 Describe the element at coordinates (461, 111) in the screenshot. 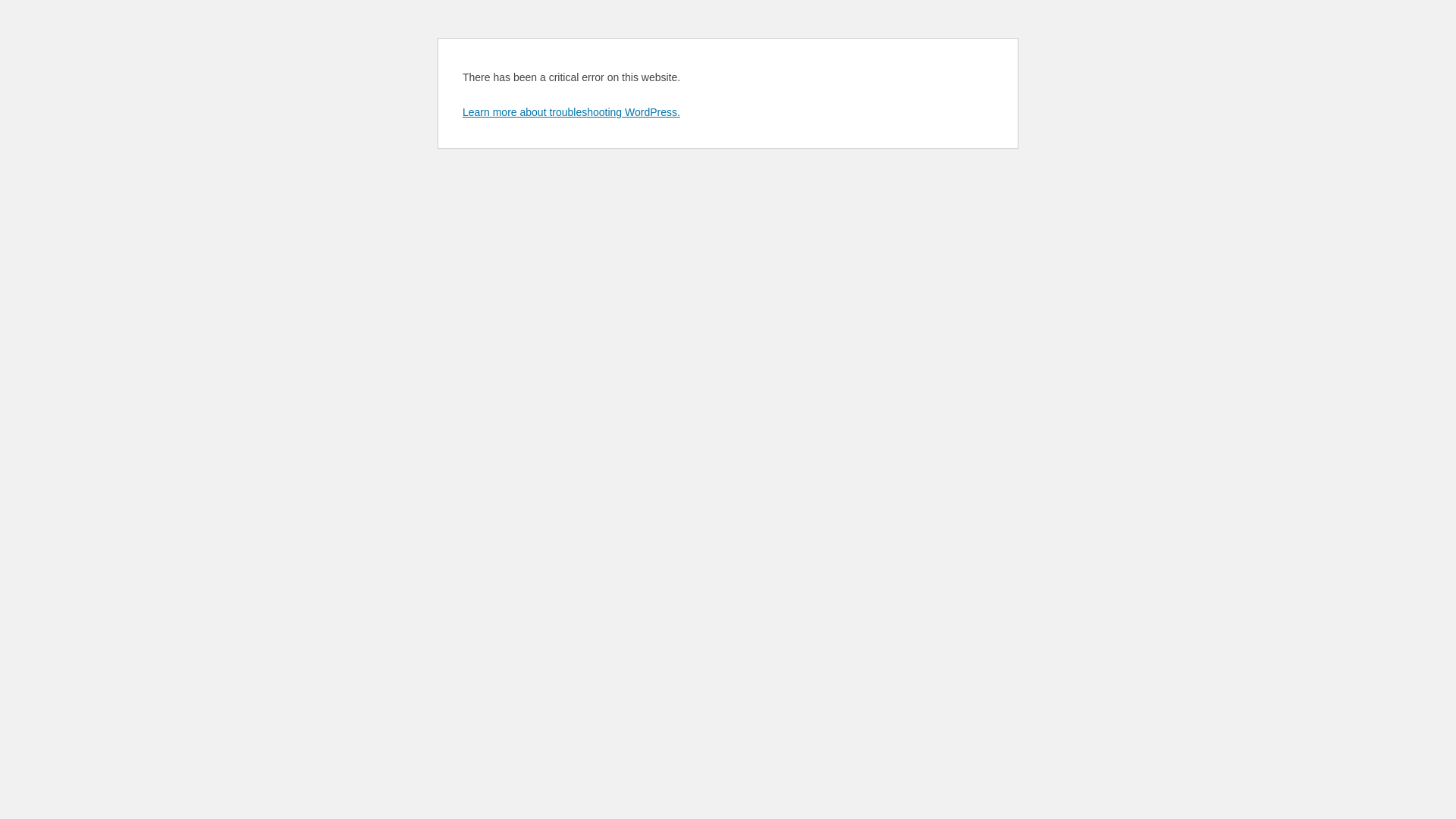

I see `'Learn more about troubleshooting WordPress.'` at that location.